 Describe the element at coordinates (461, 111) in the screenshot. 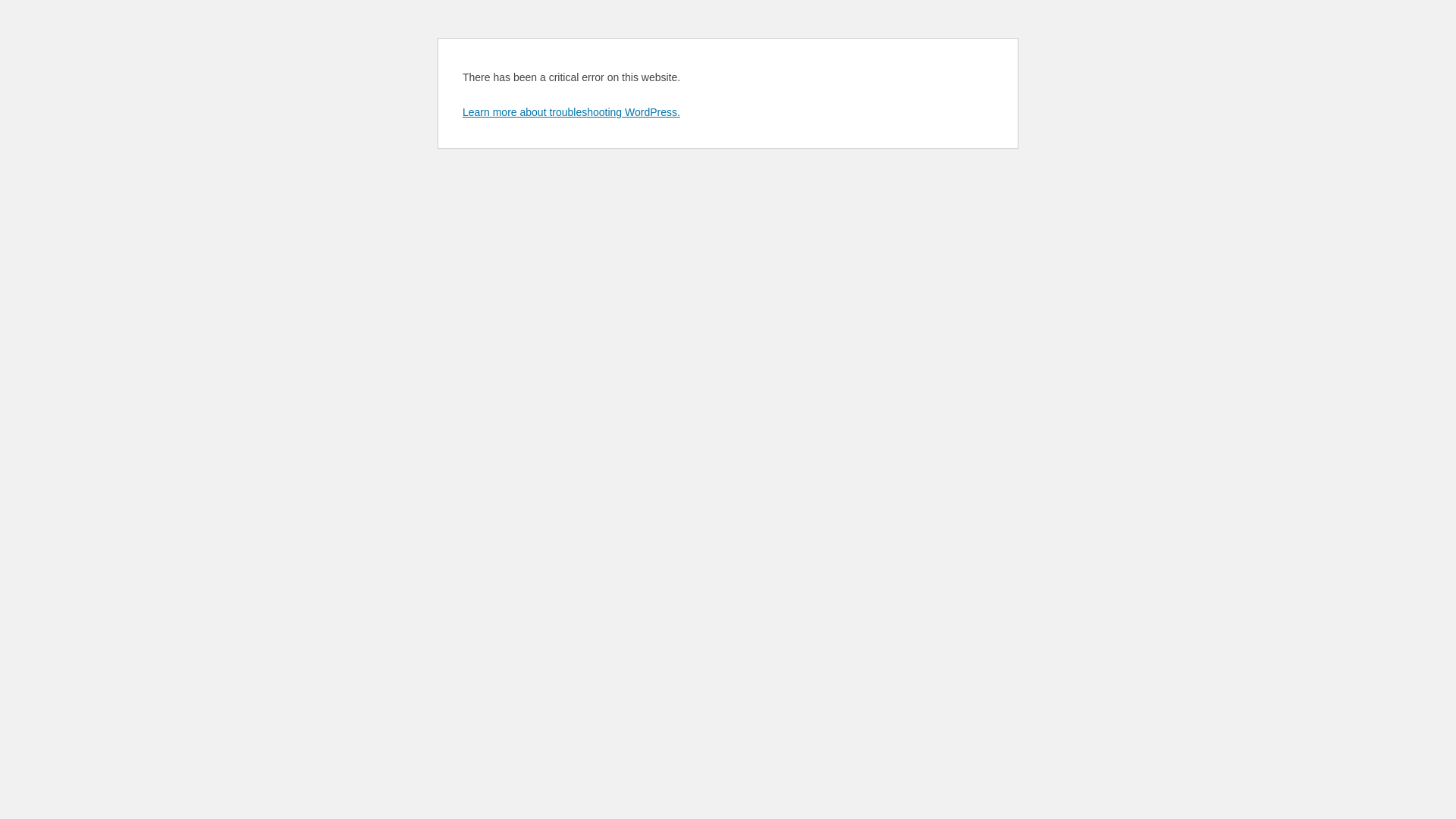

I see `'Learn more about troubleshooting WordPress.'` at that location.